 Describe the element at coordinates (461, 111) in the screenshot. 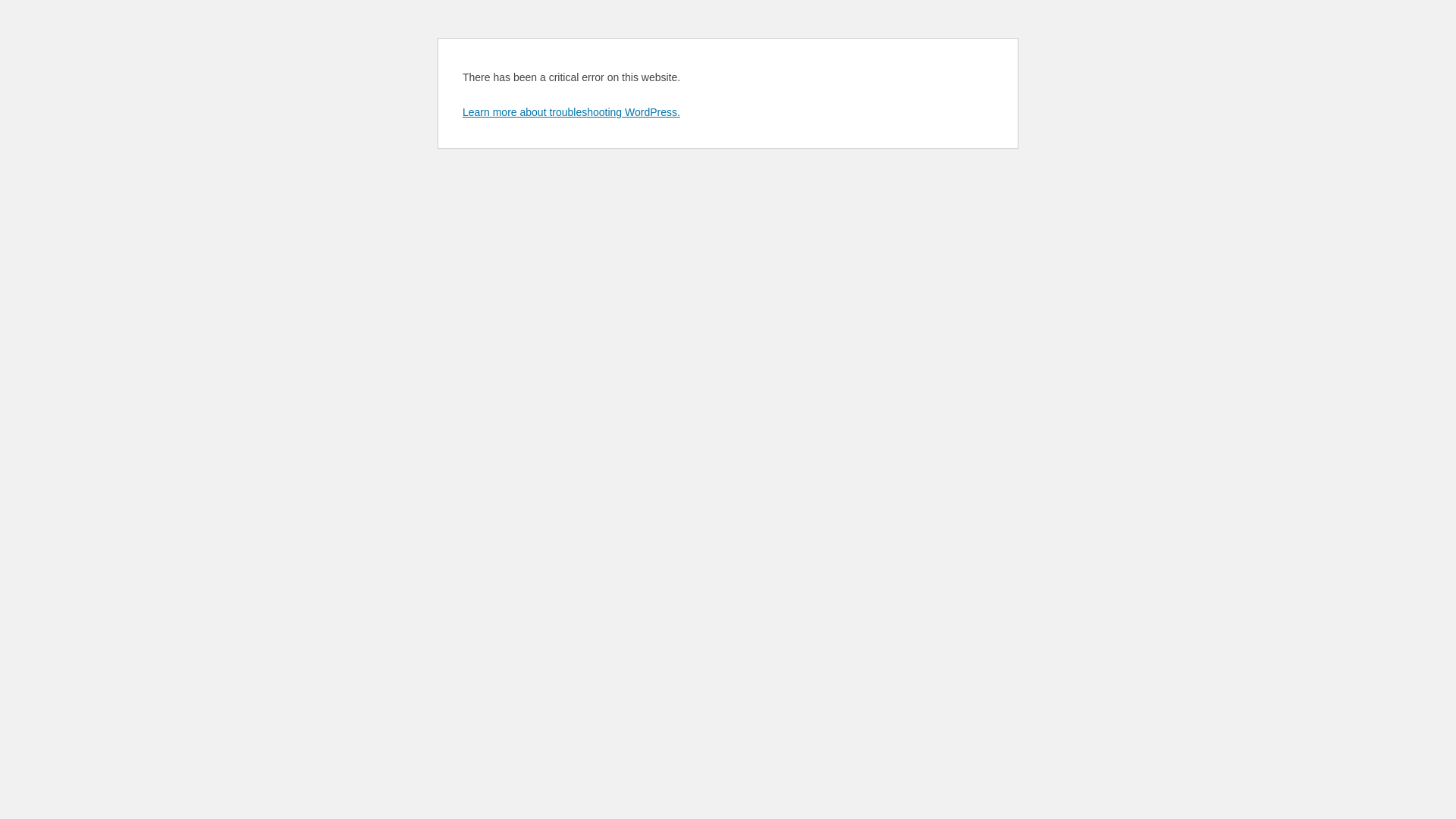

I see `'Learn more about troubleshooting WordPress.'` at that location.